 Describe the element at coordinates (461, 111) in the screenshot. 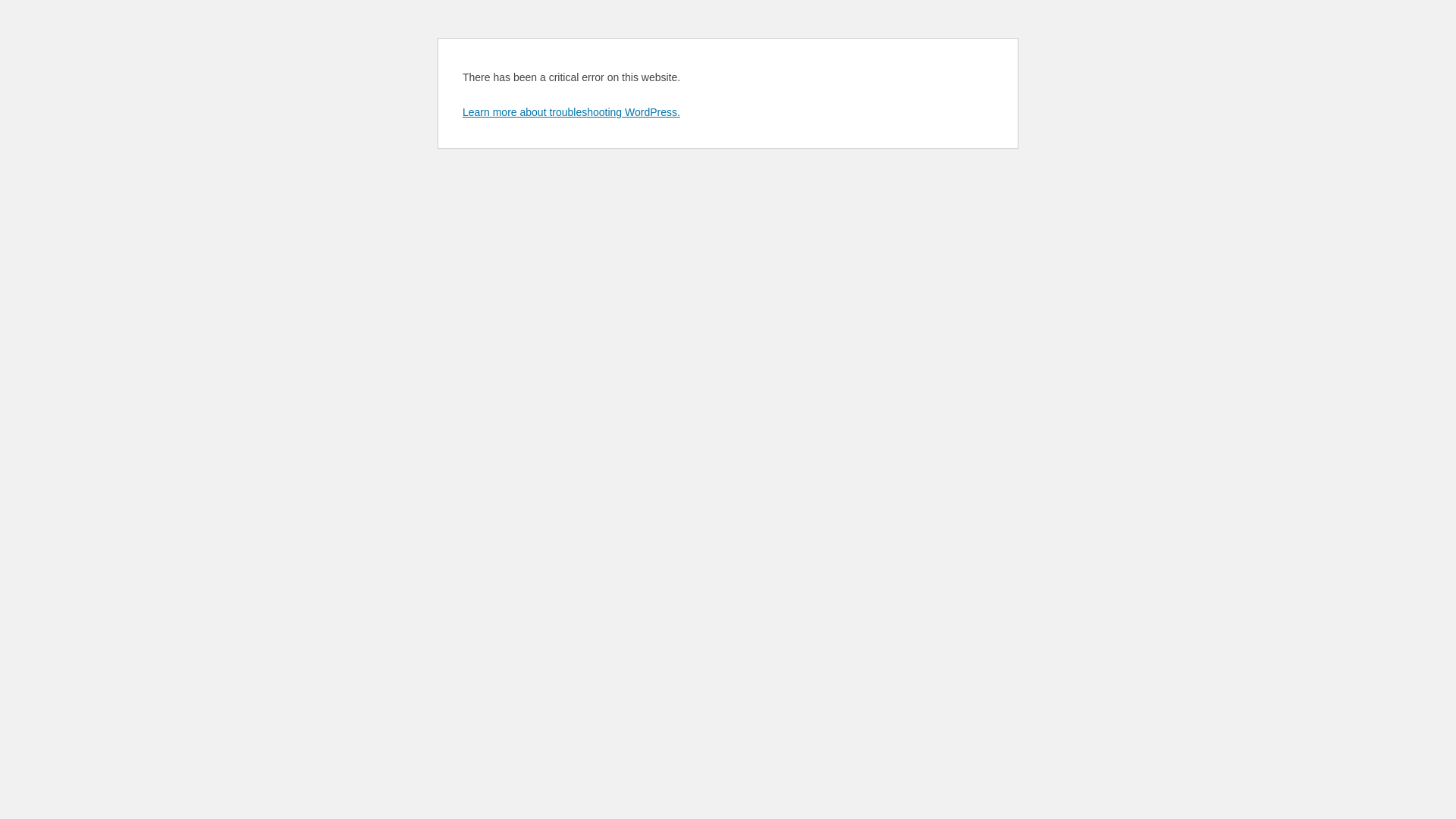

I see `'Learn more about troubleshooting WordPress.'` at that location.